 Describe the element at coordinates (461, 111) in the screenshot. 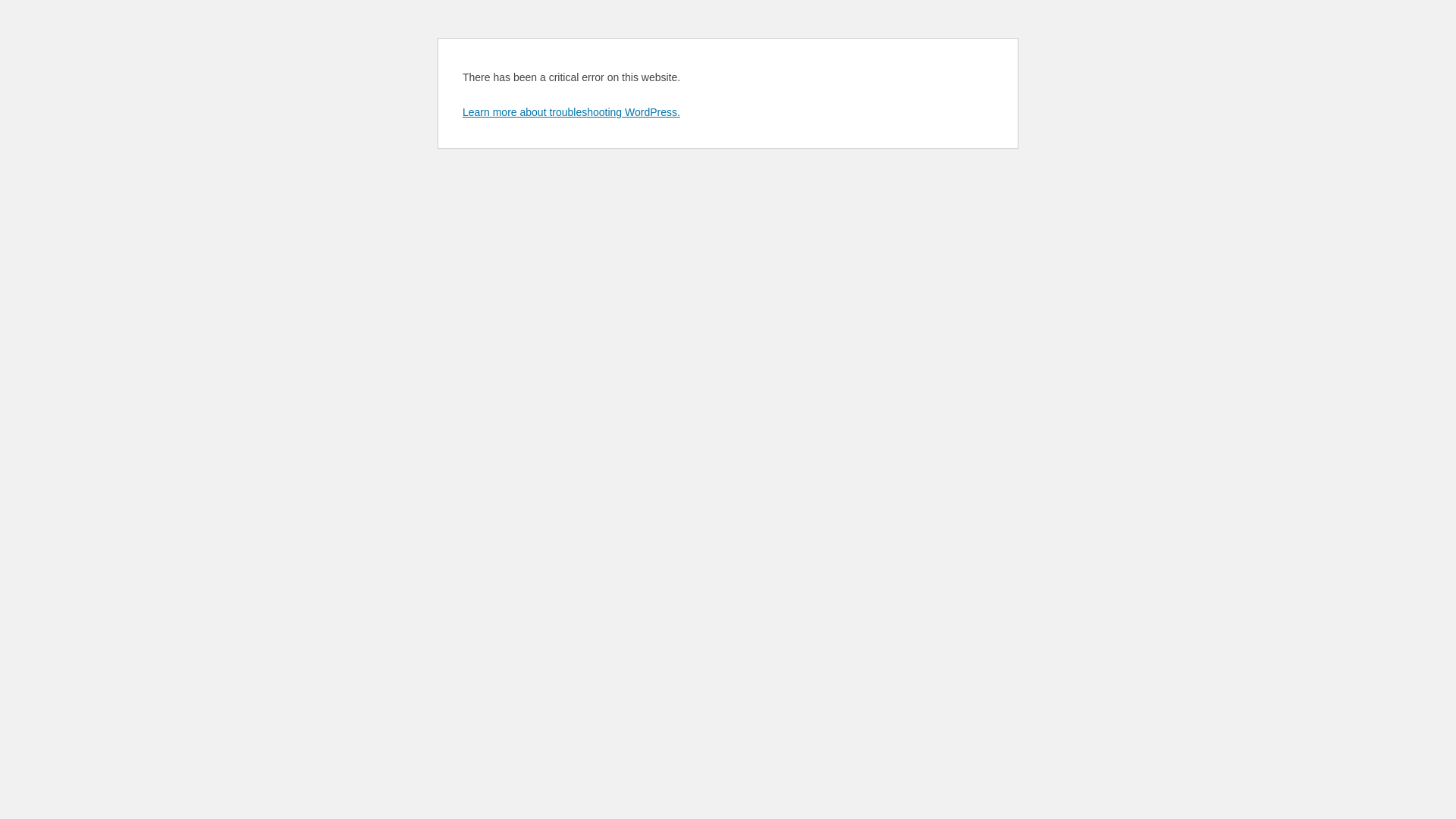

I see `'Learn more about troubleshooting WordPress.'` at that location.